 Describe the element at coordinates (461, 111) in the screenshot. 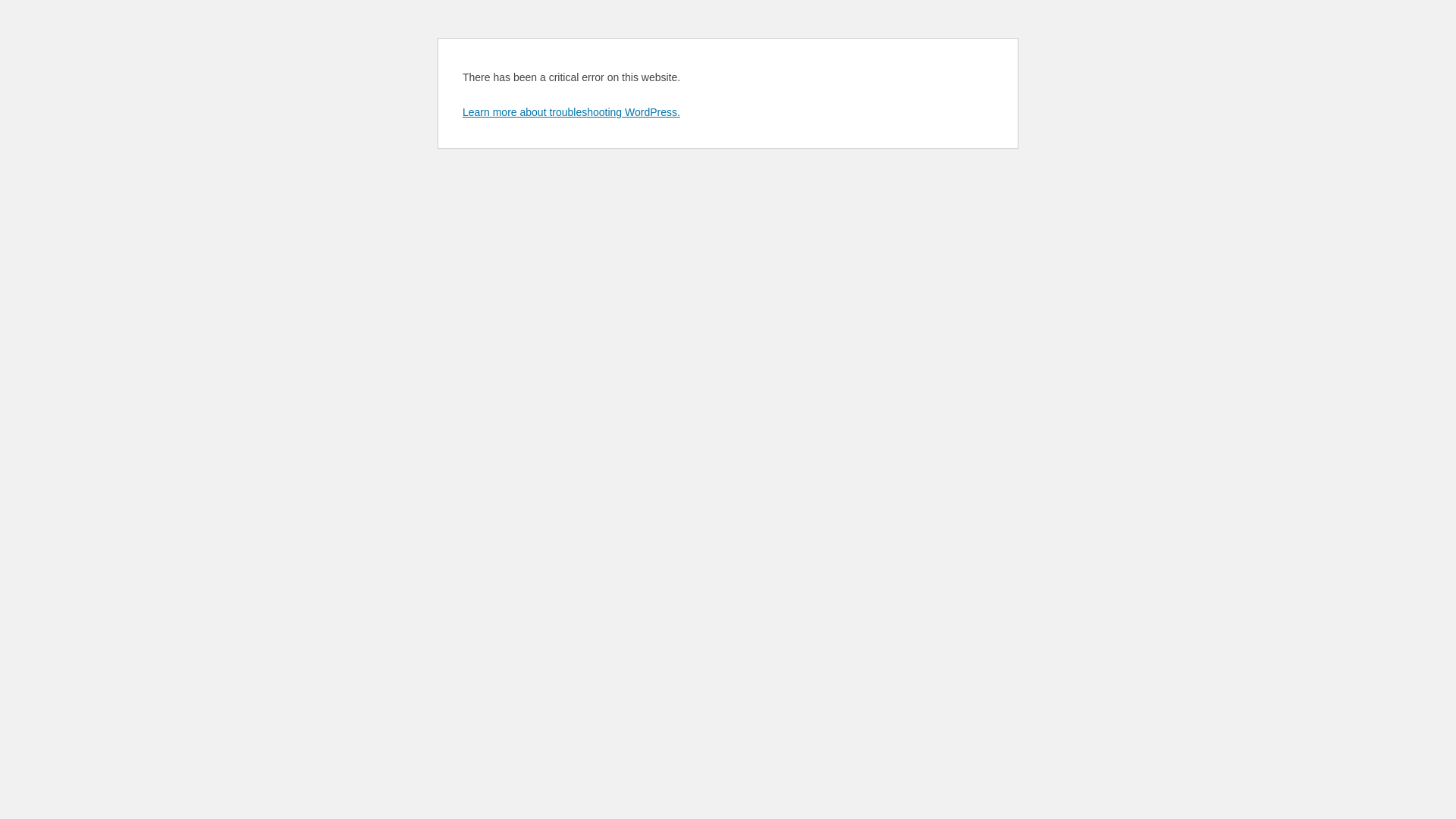

I see `'Learn more about troubleshooting WordPress.'` at that location.